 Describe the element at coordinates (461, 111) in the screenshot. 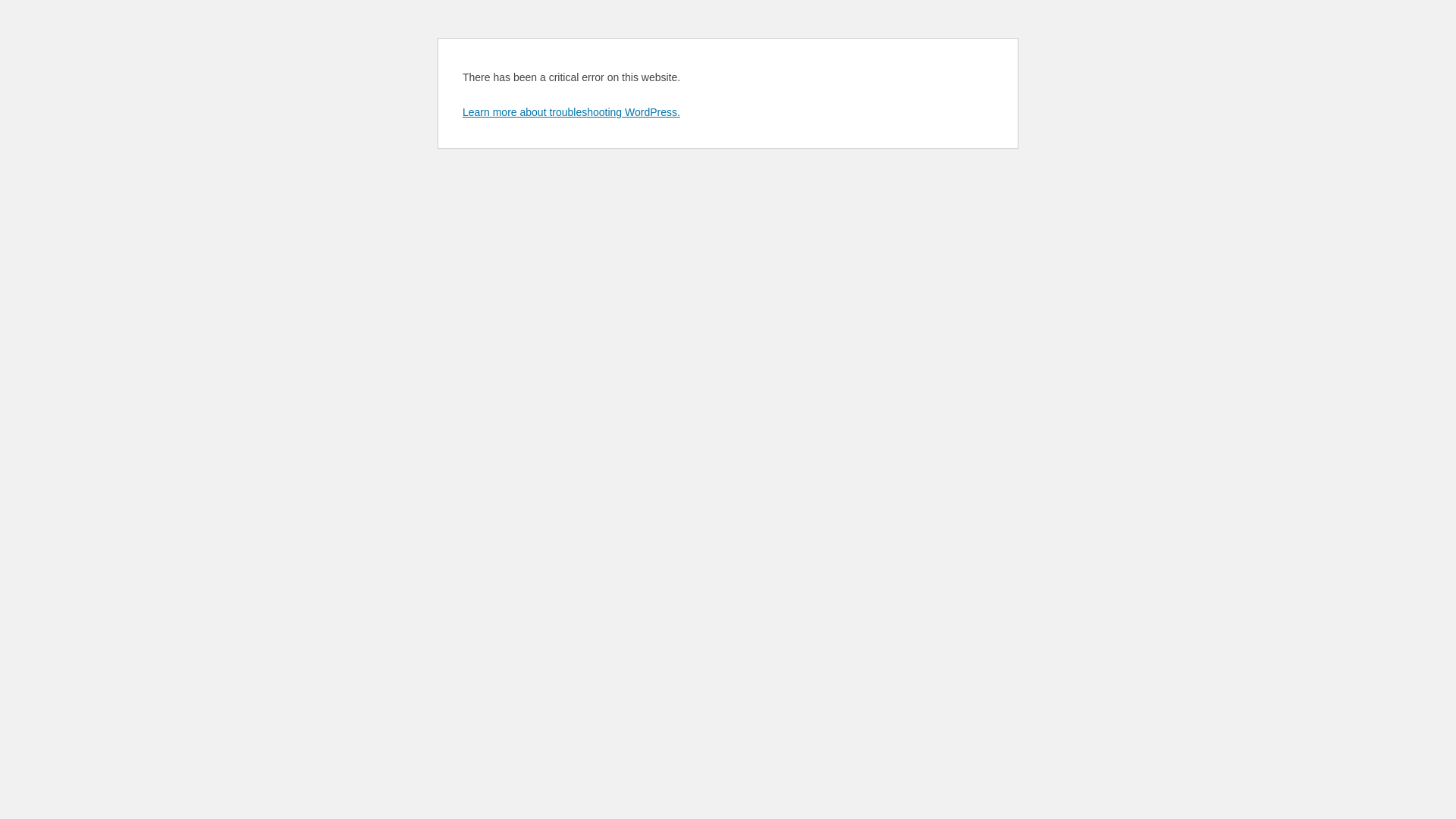

I see `'Learn more about troubleshooting WordPress.'` at that location.